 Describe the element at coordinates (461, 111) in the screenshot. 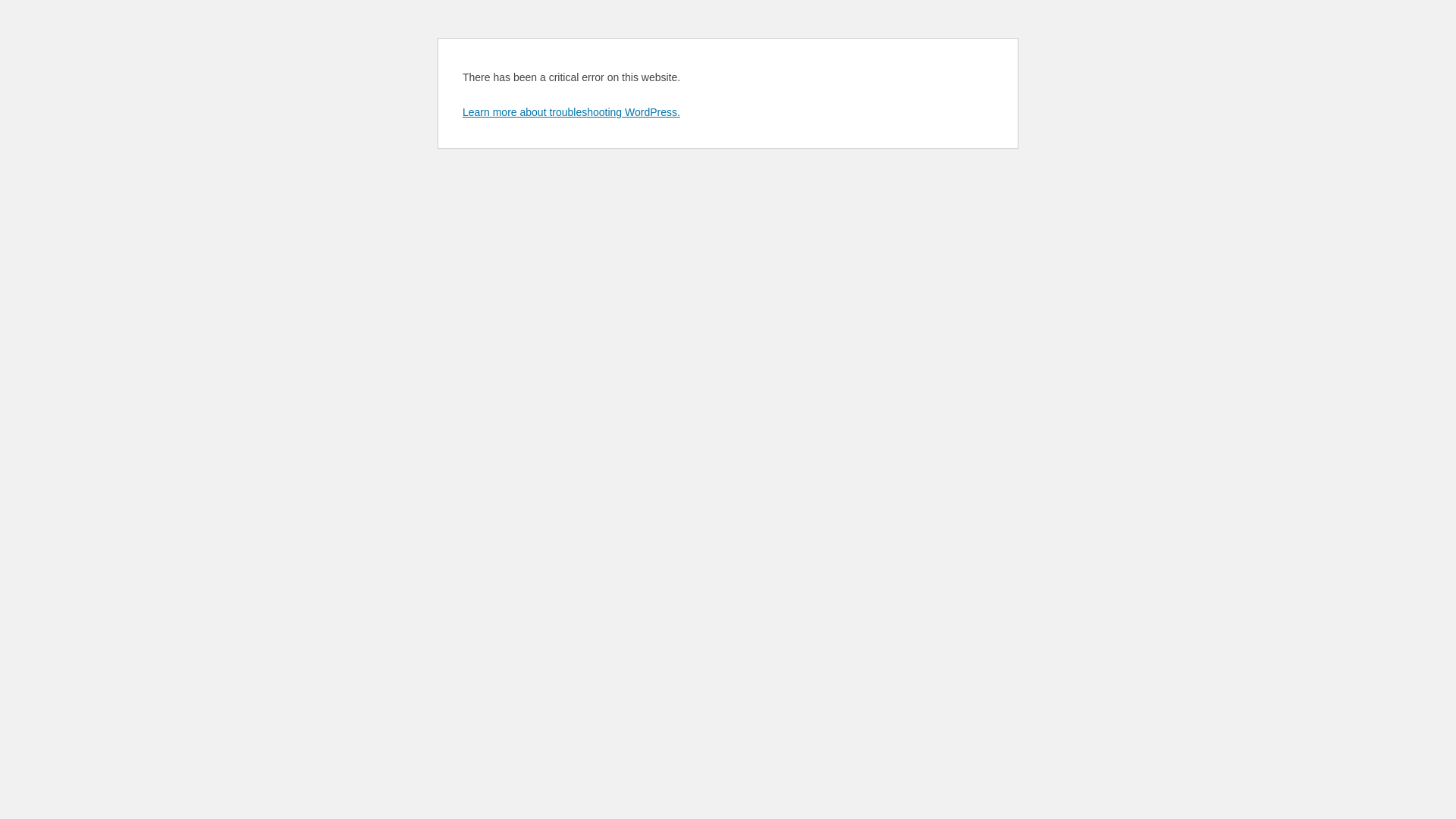

I see `'Learn more about troubleshooting WordPress.'` at that location.